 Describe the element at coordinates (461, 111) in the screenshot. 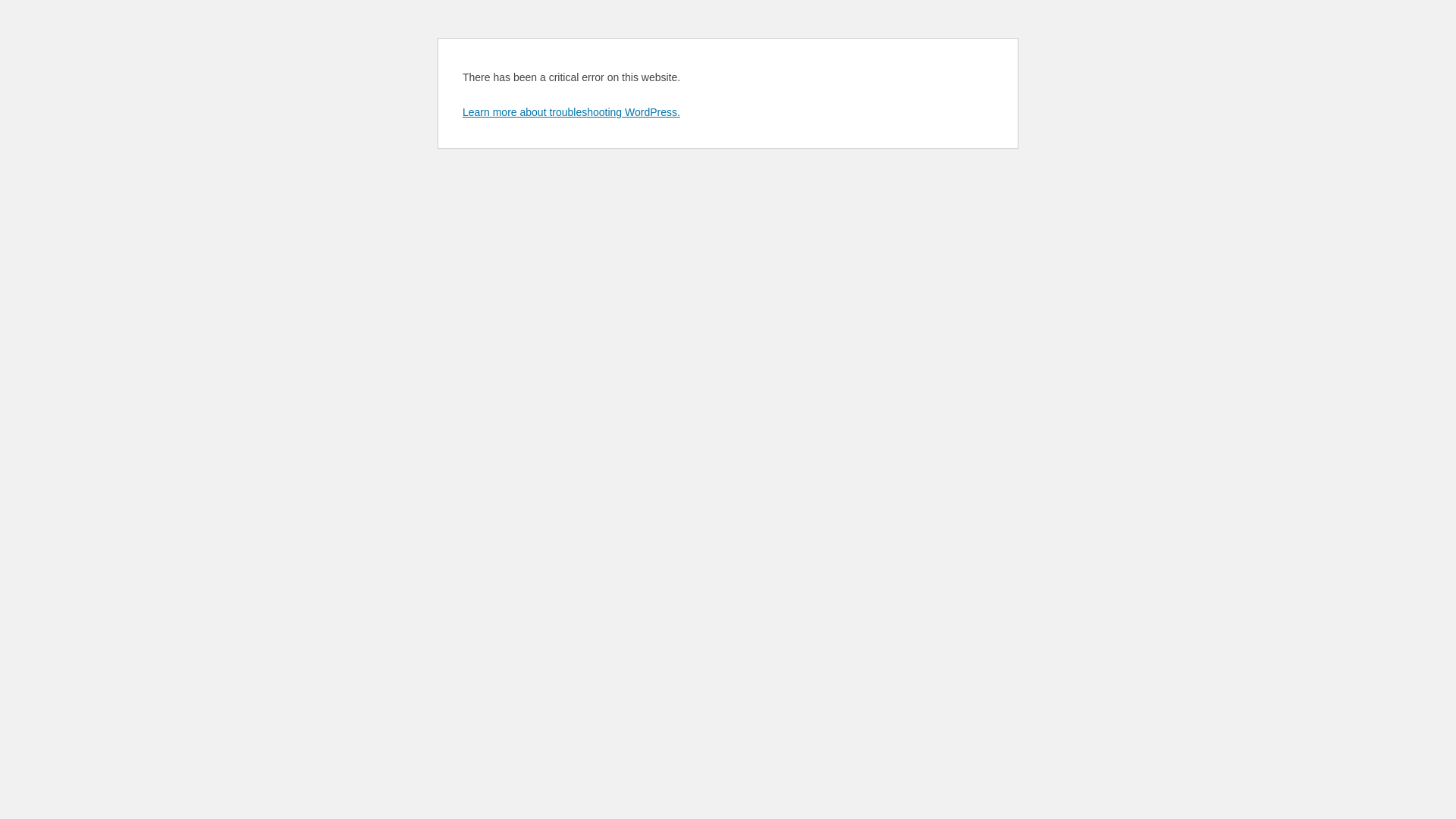

I see `'Learn more about troubleshooting WordPress.'` at that location.